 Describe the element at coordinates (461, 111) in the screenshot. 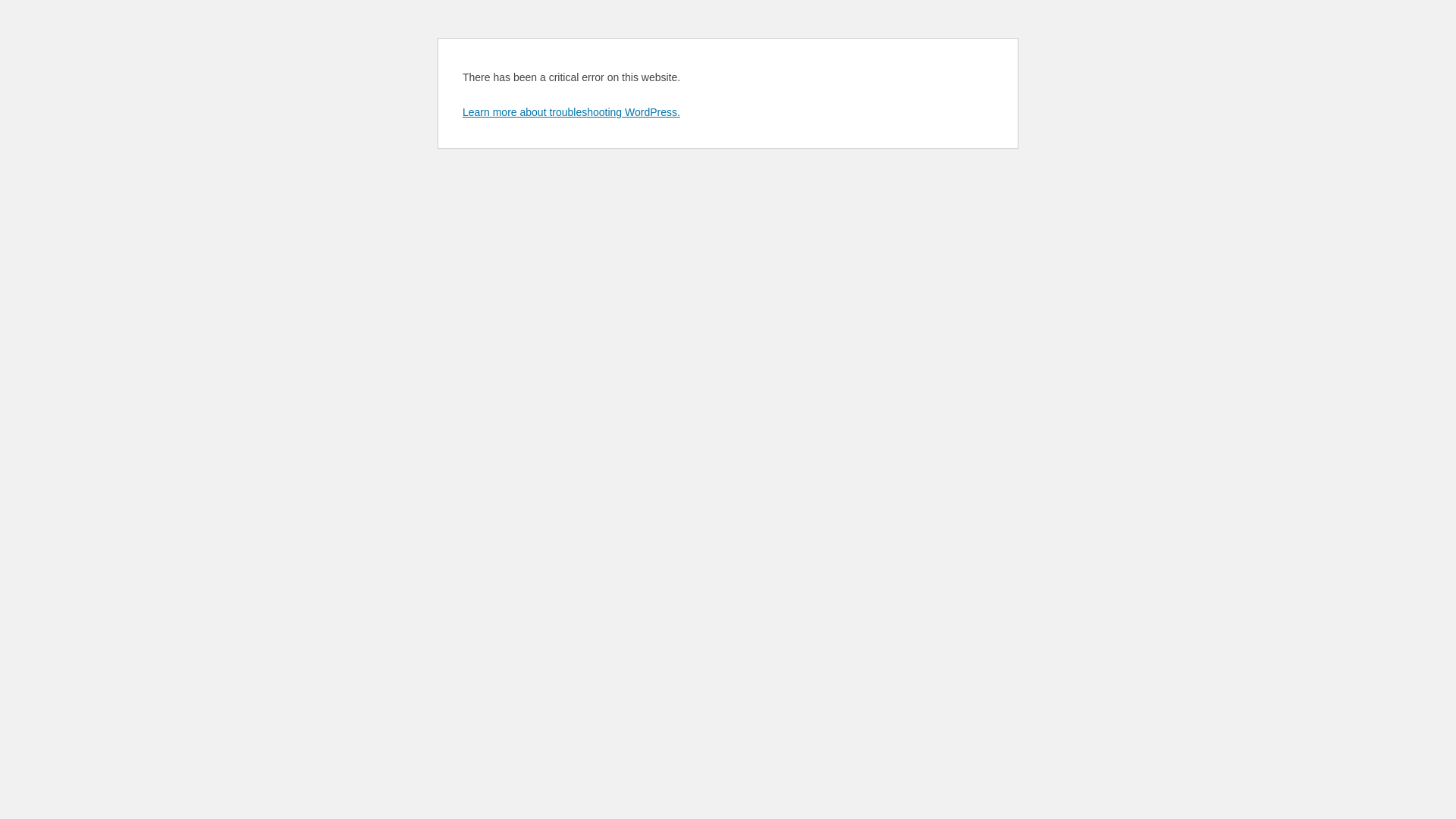

I see `'Learn more about troubleshooting WordPress.'` at that location.